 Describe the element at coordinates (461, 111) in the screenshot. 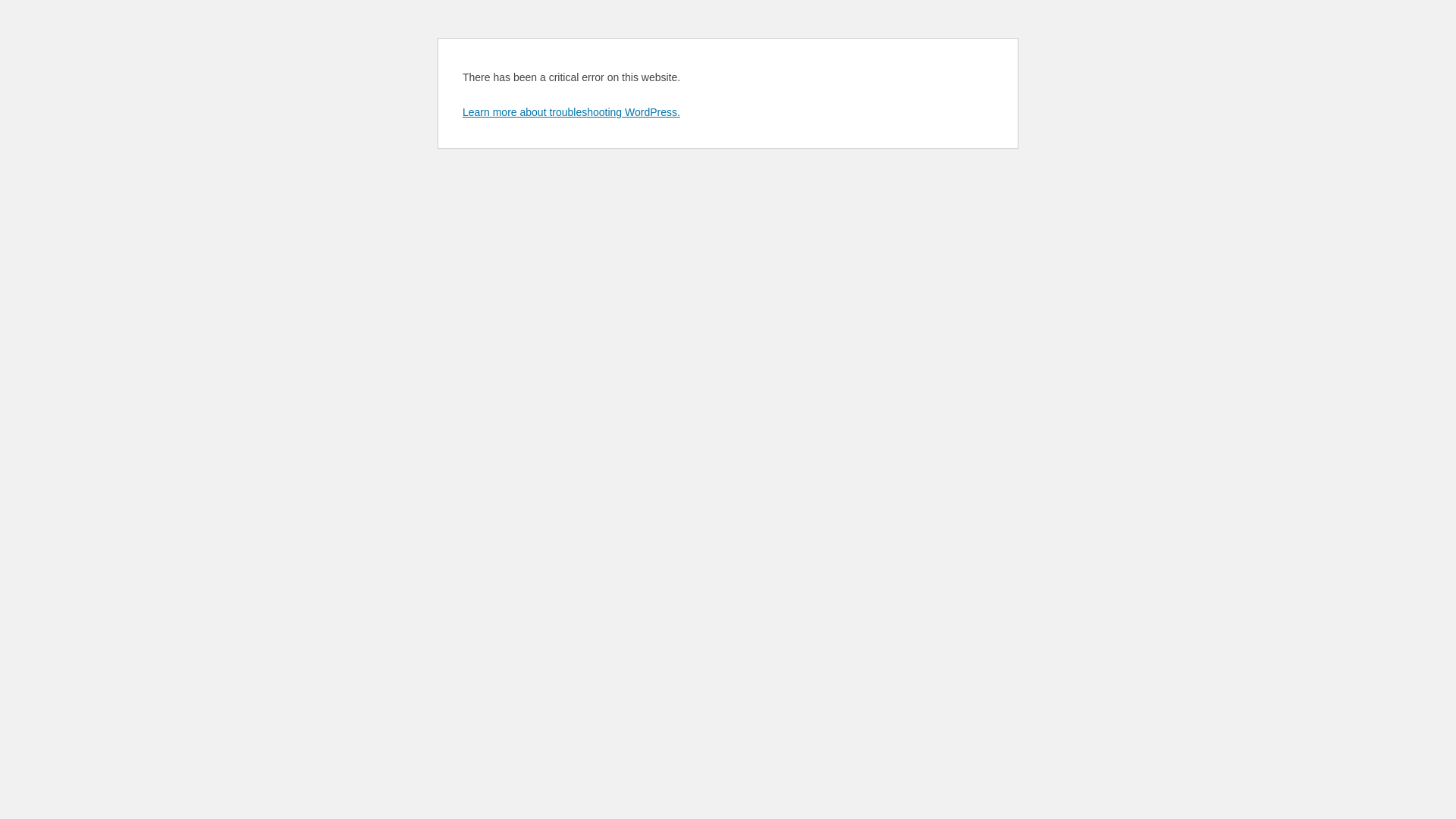

I see `'Learn more about troubleshooting WordPress.'` at that location.